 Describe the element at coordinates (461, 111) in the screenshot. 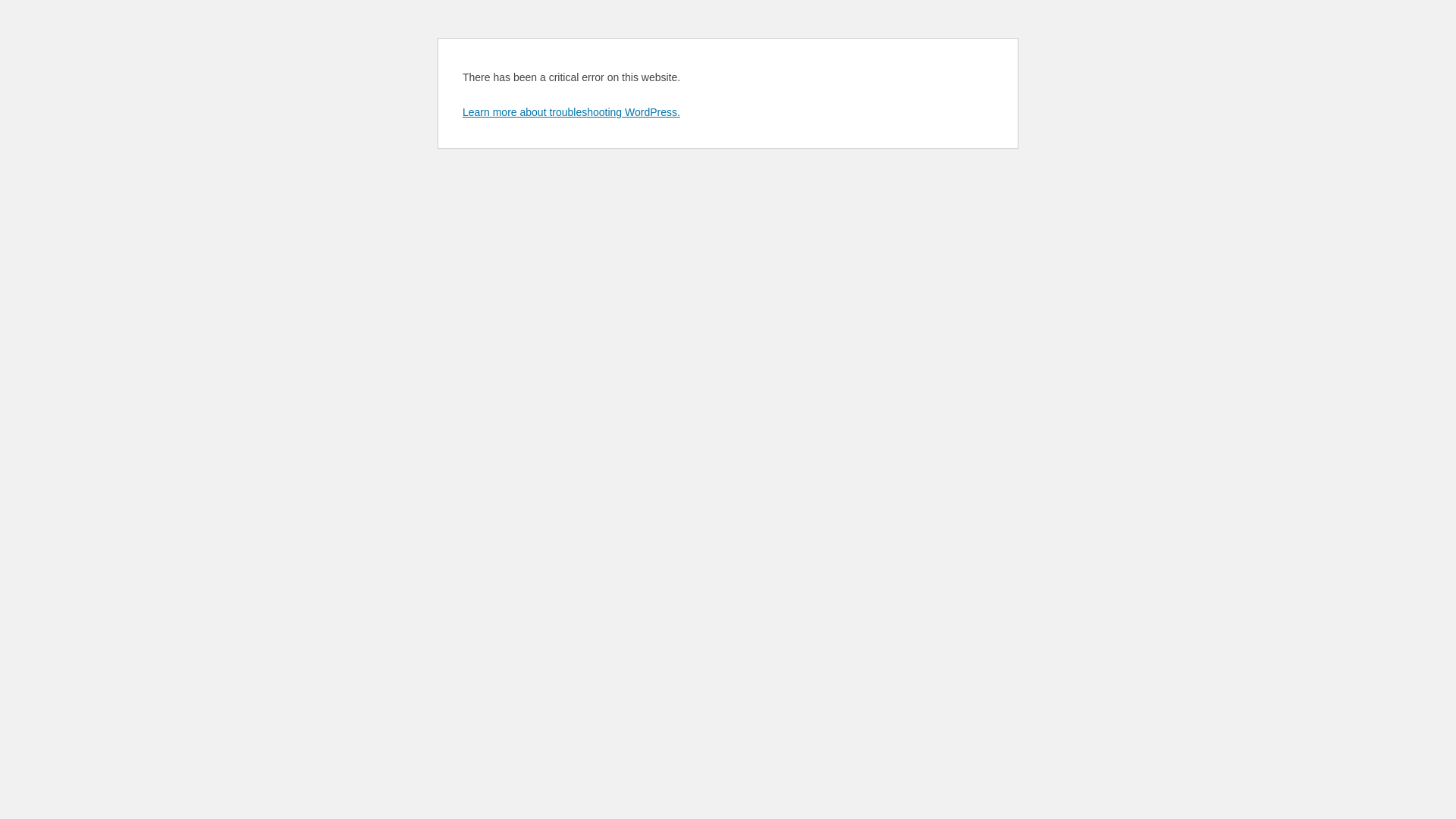

I see `'Learn more about troubleshooting WordPress.'` at that location.